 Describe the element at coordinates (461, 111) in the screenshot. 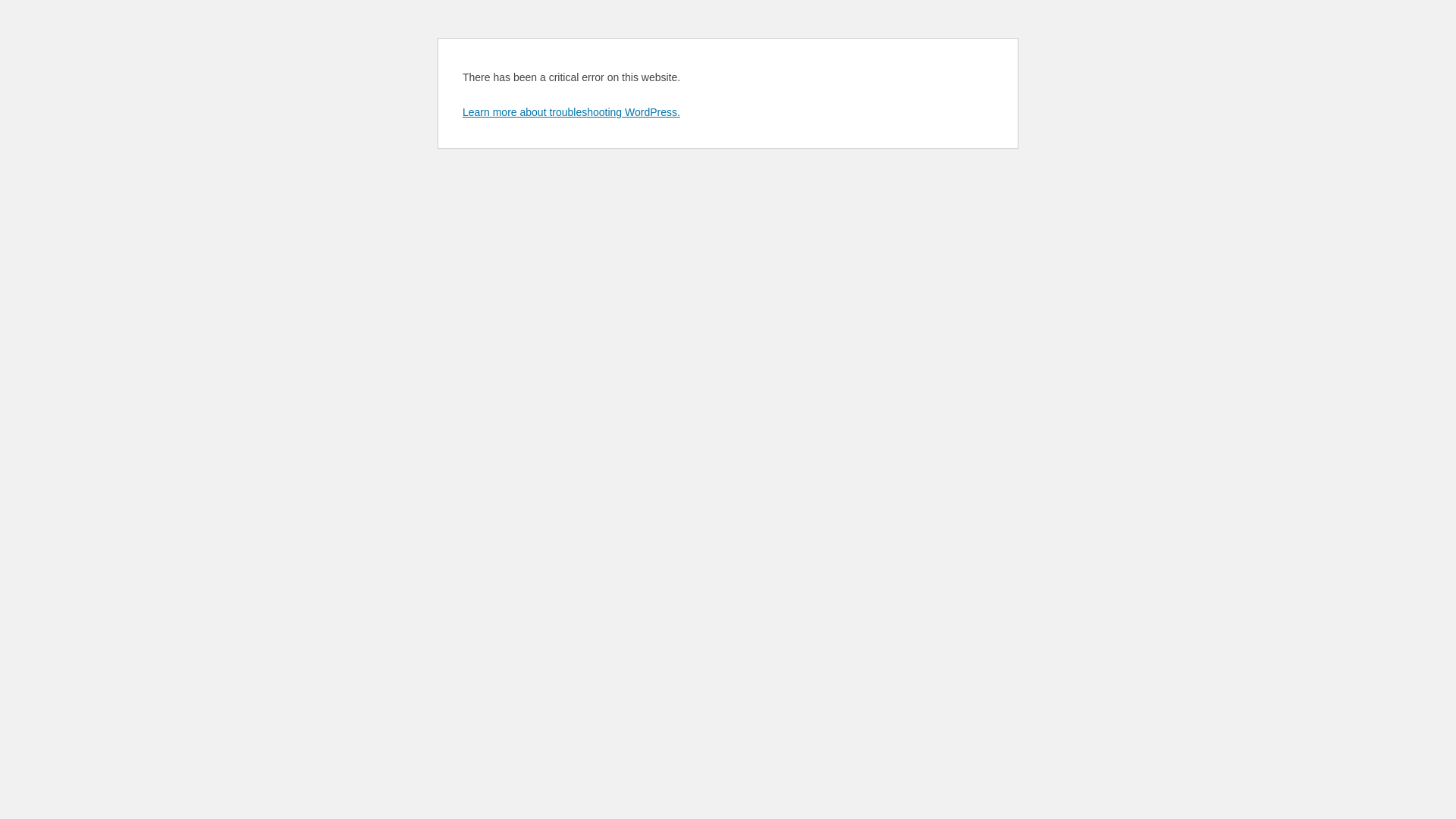

I see `'Learn more about troubleshooting WordPress.'` at that location.